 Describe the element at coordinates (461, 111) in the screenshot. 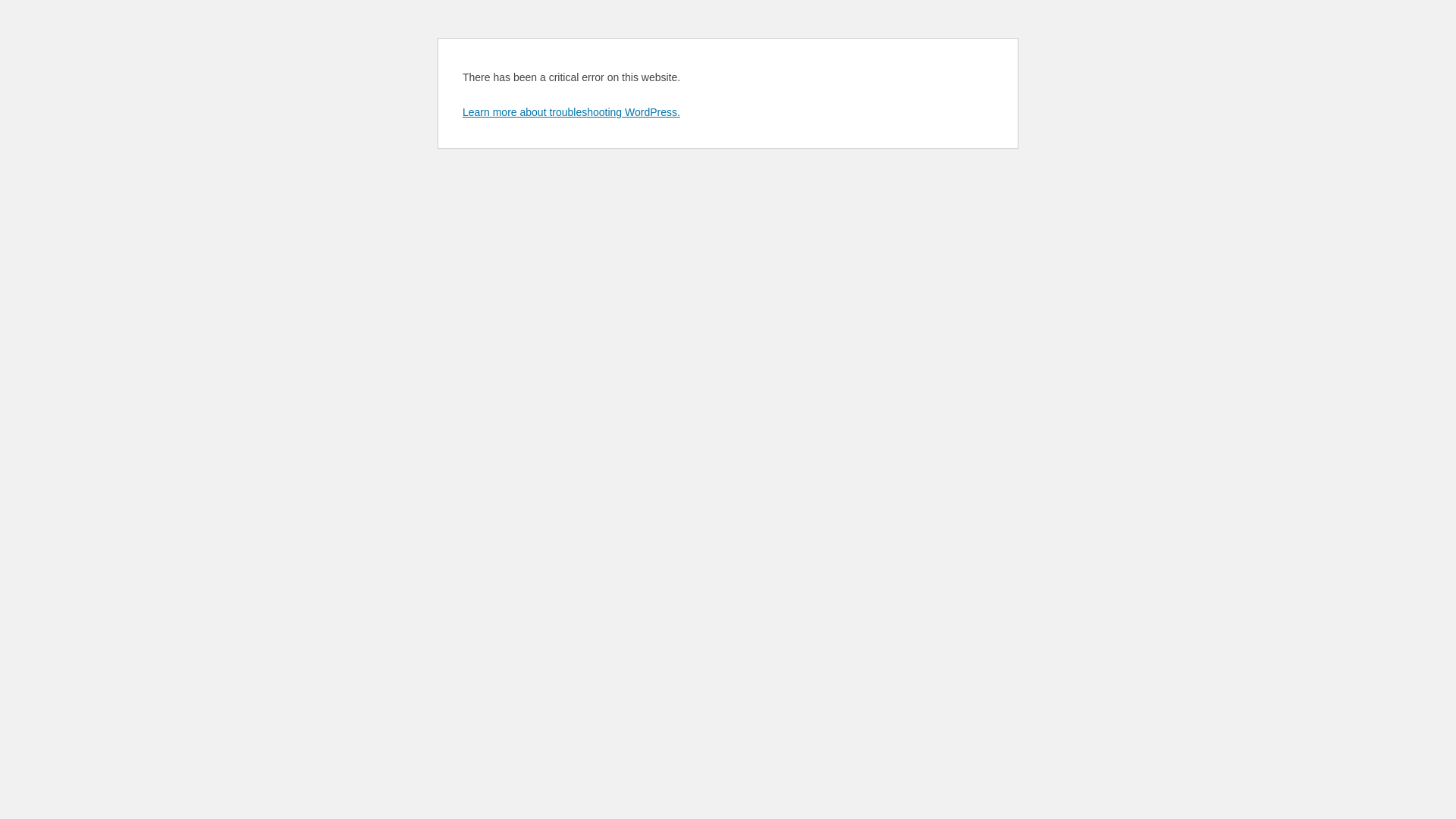

I see `'Learn more about troubleshooting WordPress.'` at that location.